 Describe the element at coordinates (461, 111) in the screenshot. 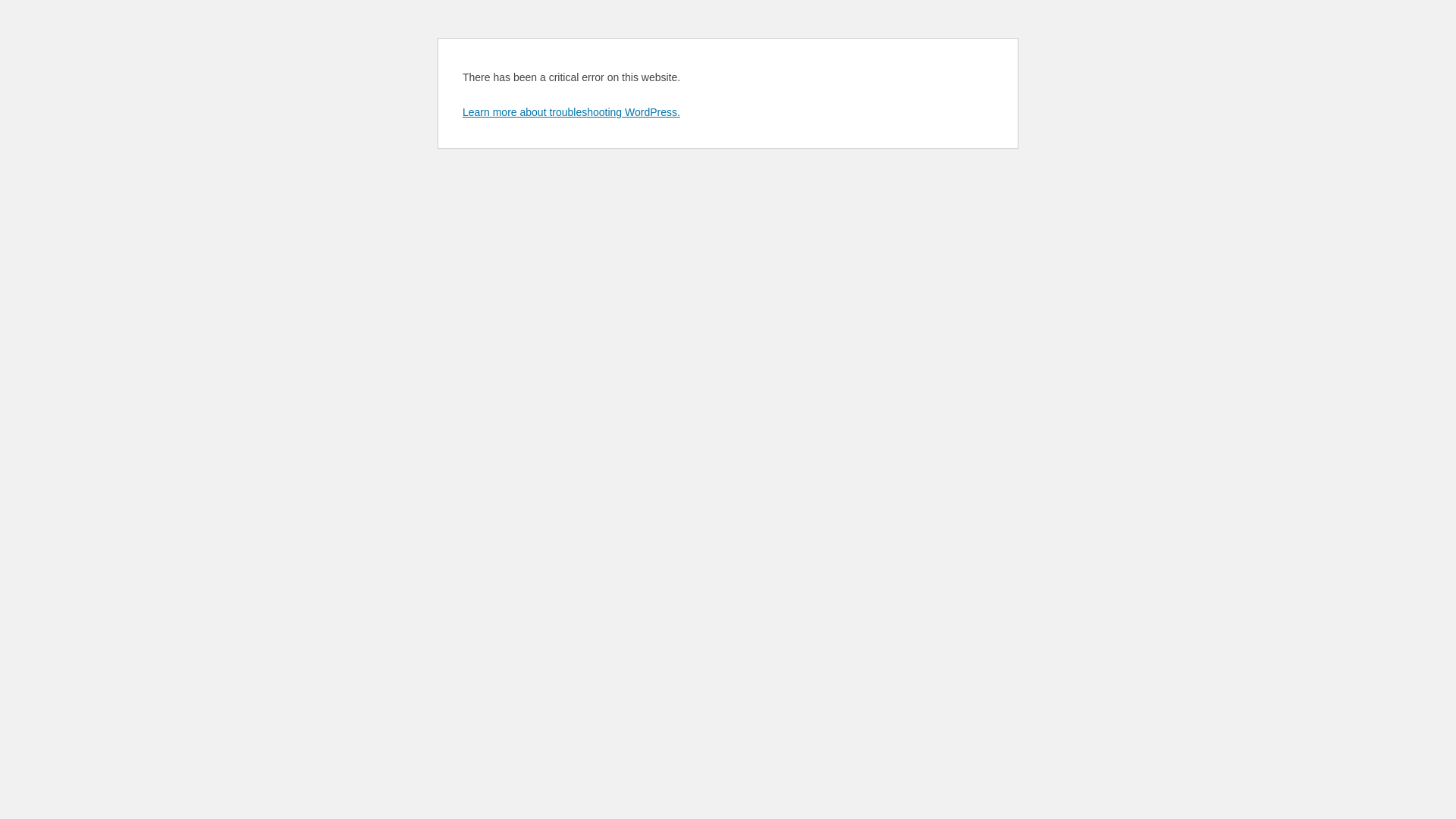

I see `'Learn more about troubleshooting WordPress.'` at that location.